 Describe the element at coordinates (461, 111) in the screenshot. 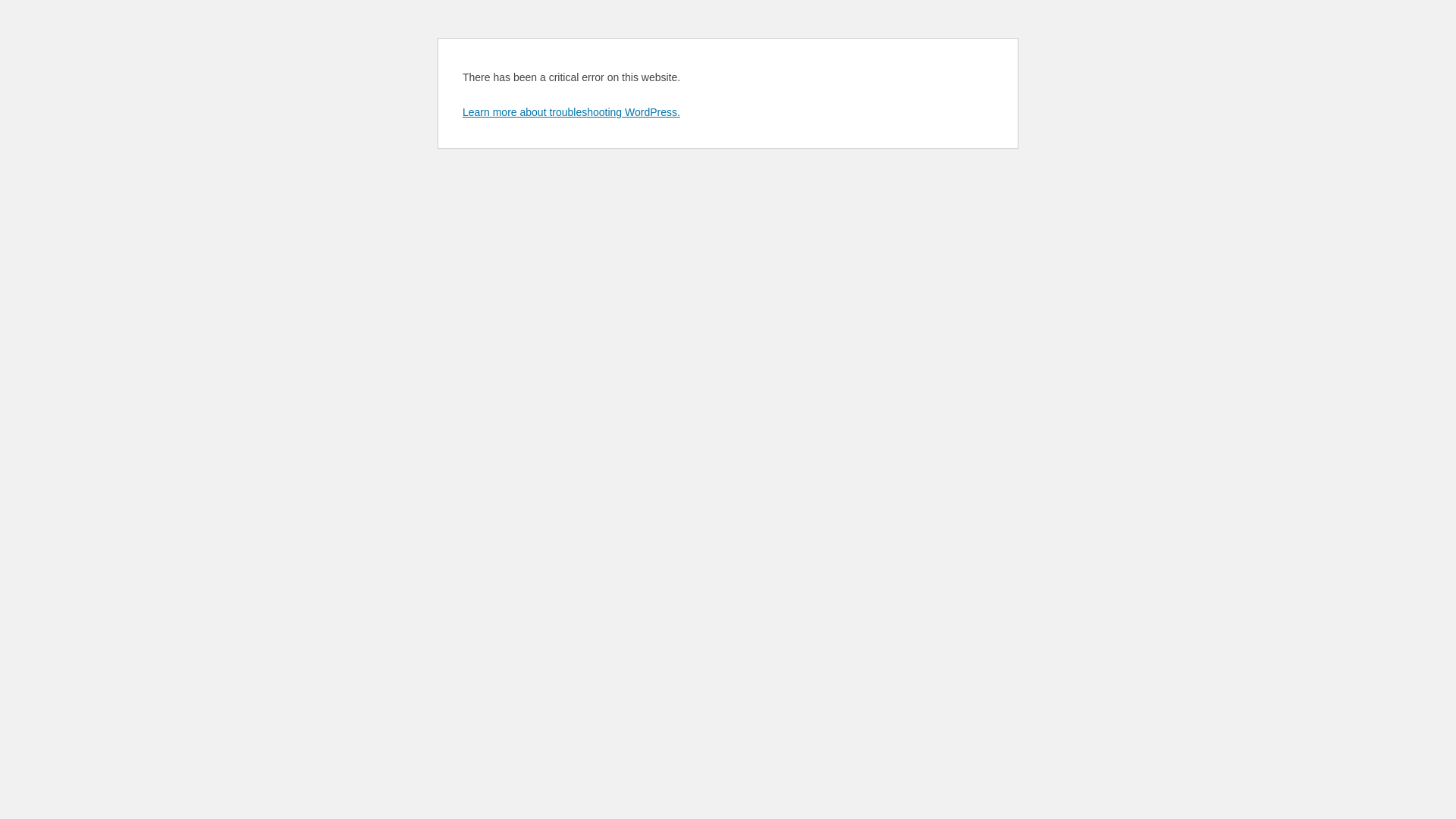

I see `'Learn more about troubleshooting WordPress.'` at that location.